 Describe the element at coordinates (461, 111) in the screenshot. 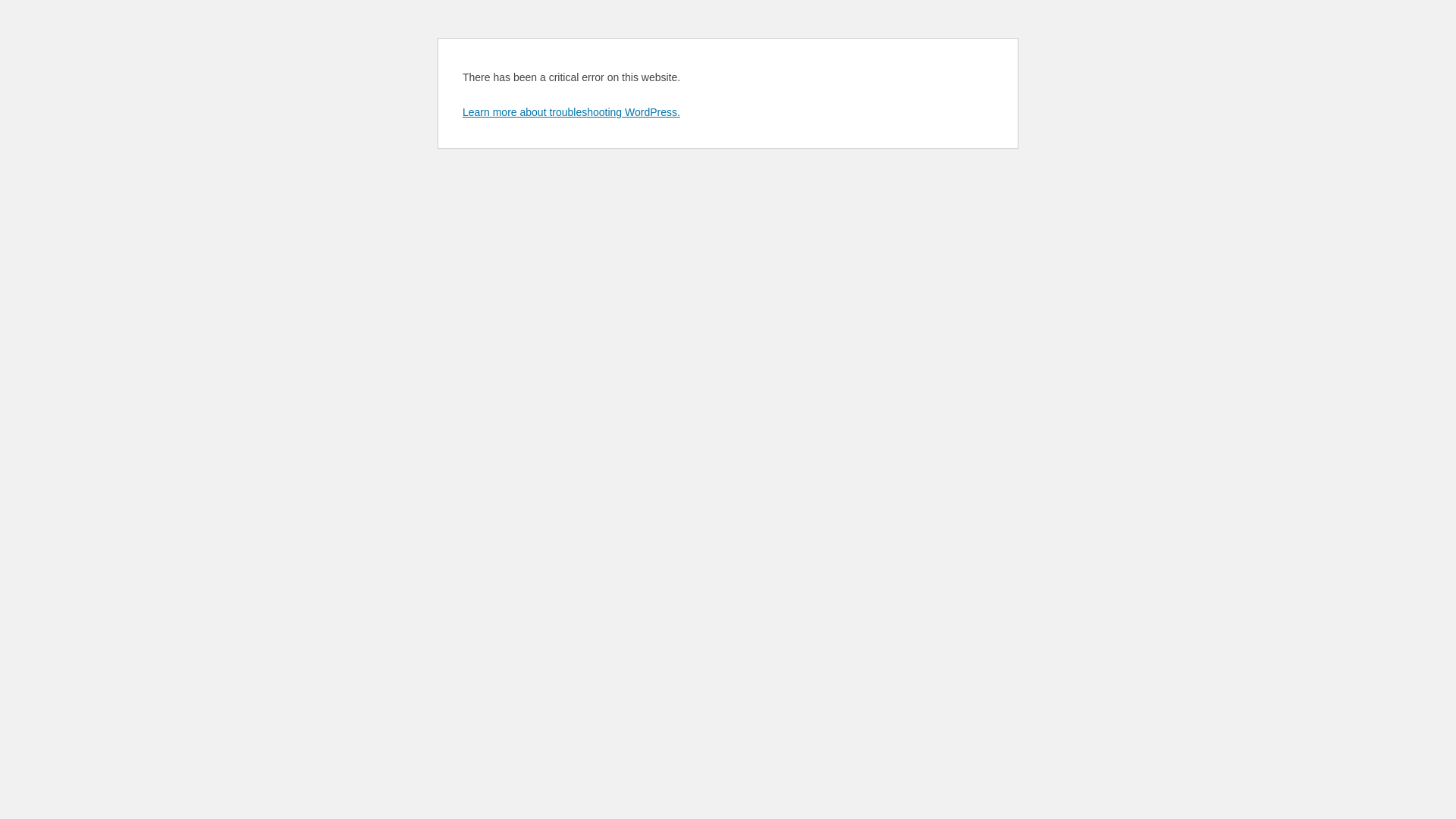

I see `'Learn more about troubleshooting WordPress.'` at that location.